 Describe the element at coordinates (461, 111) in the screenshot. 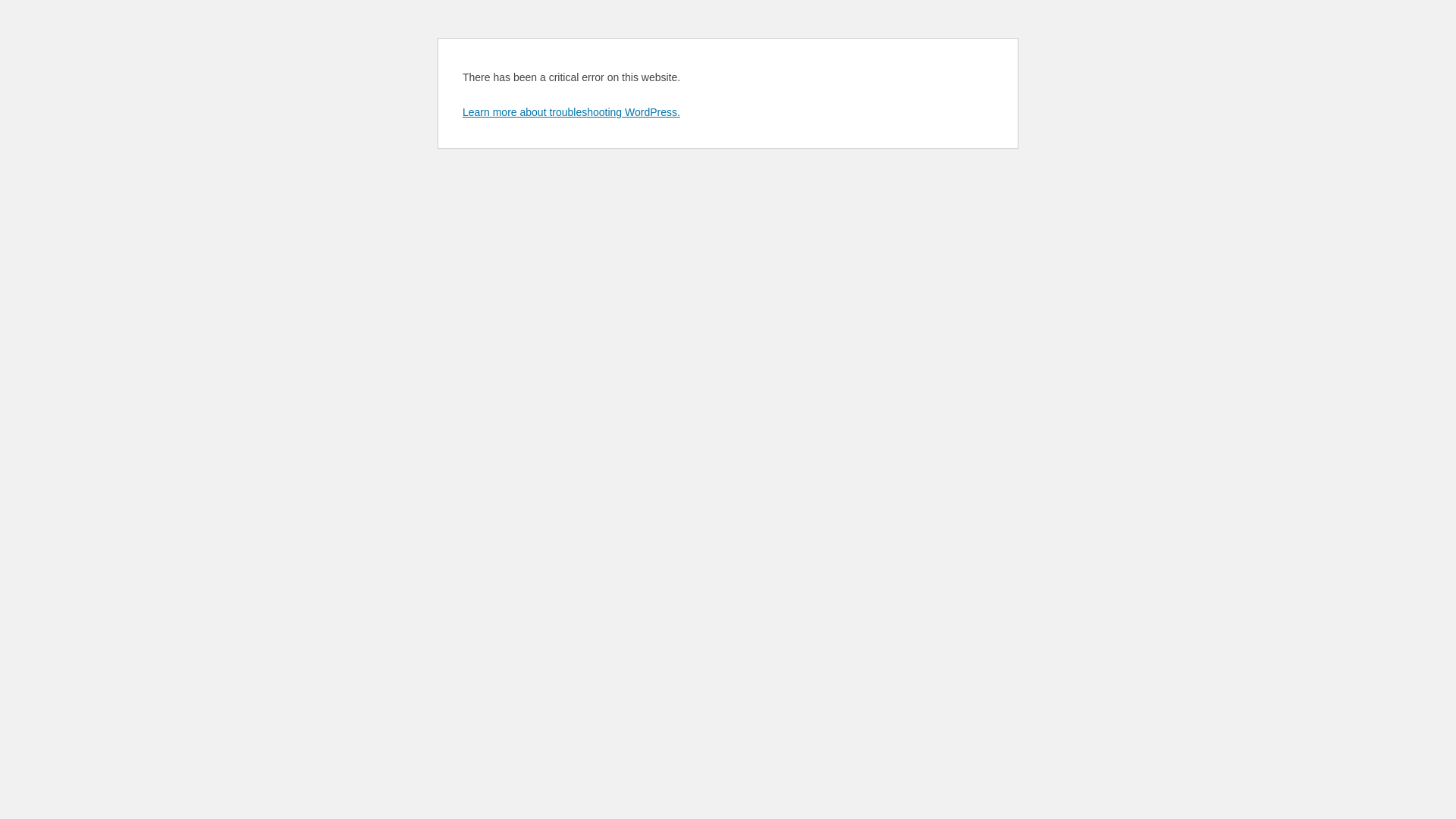

I see `'Learn more about troubleshooting WordPress.'` at that location.